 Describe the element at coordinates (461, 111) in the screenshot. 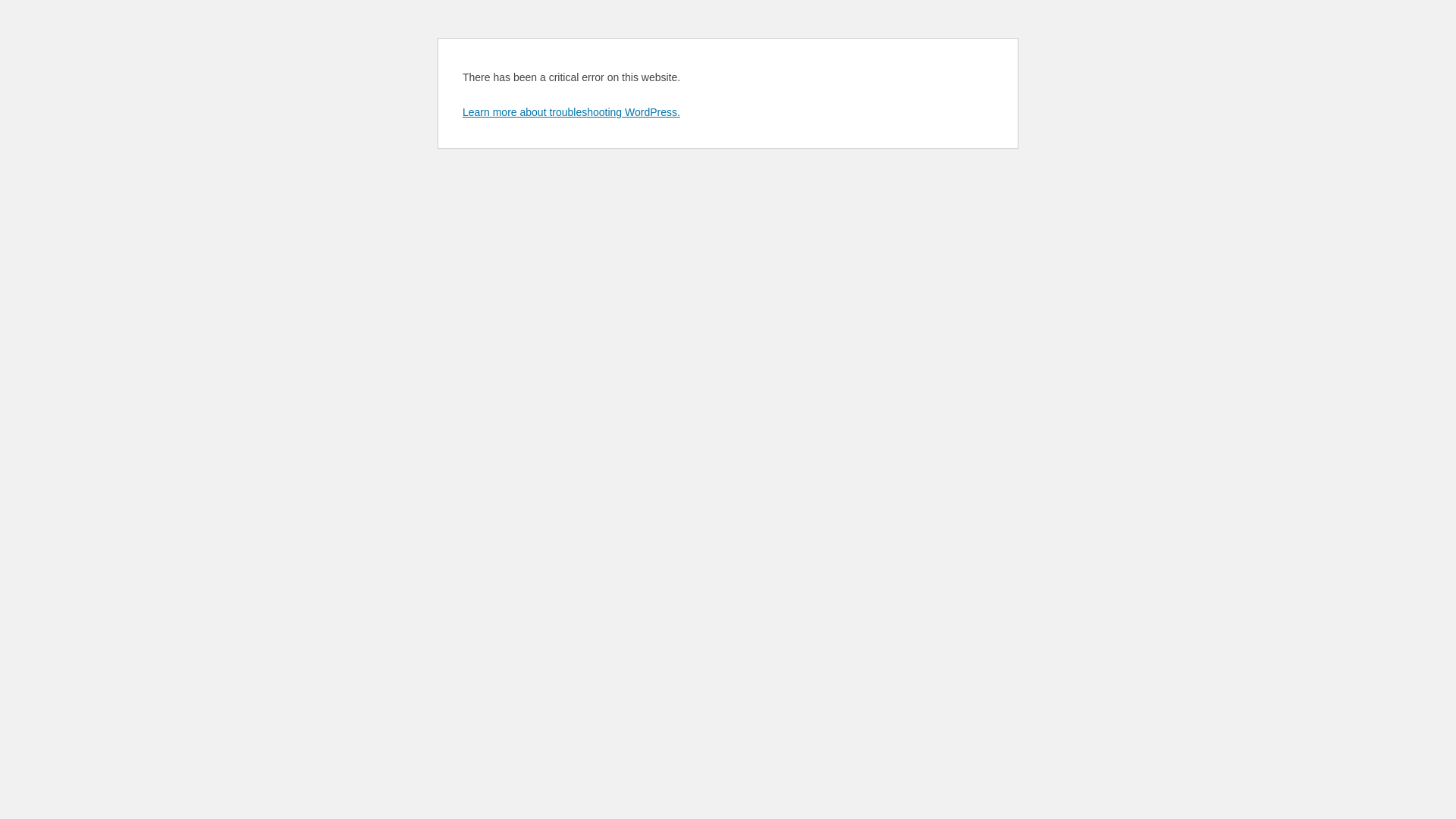

I see `'Learn more about troubleshooting WordPress.'` at that location.